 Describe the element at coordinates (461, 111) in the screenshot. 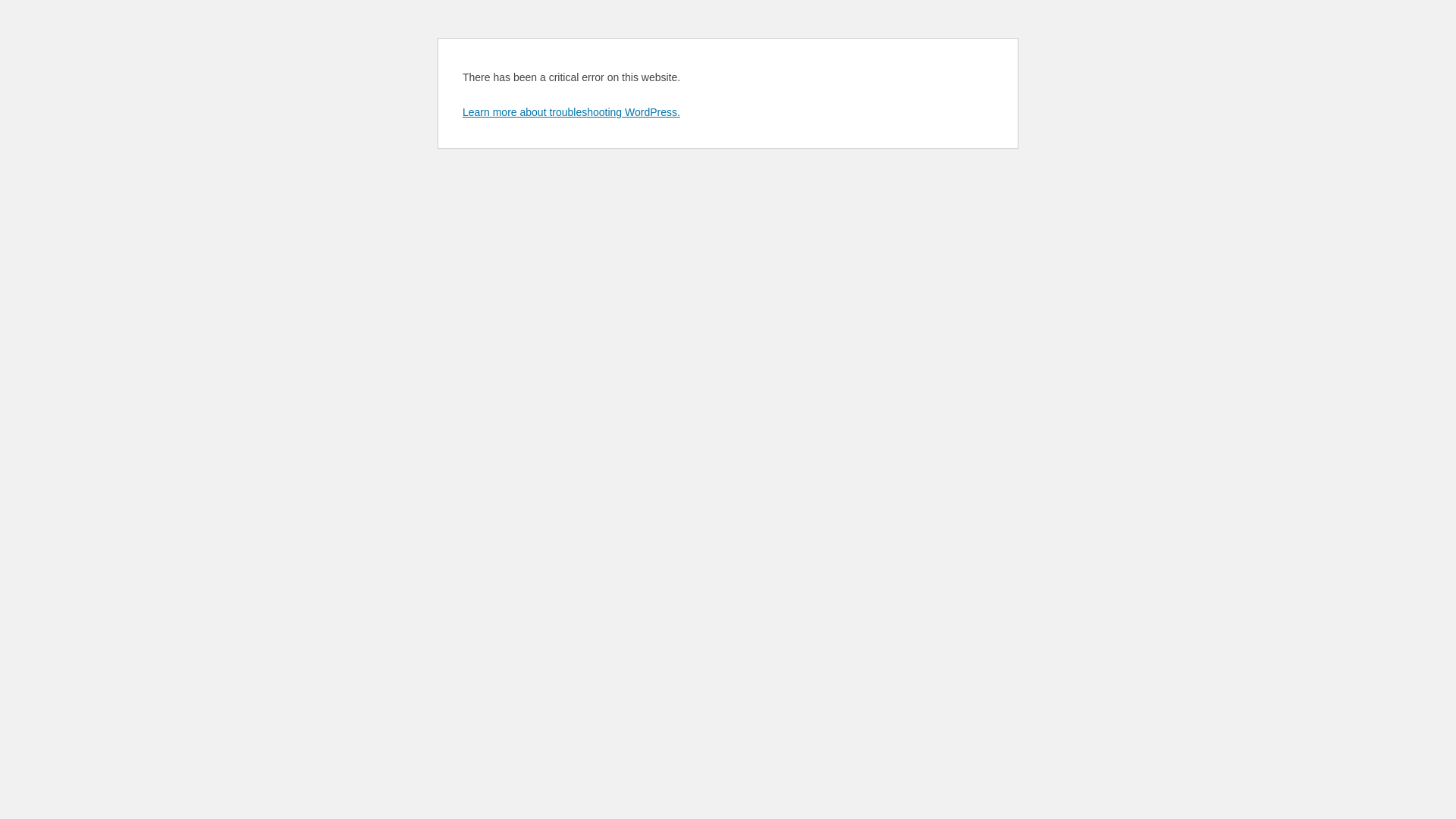

I see `'Learn more about troubleshooting WordPress.'` at that location.